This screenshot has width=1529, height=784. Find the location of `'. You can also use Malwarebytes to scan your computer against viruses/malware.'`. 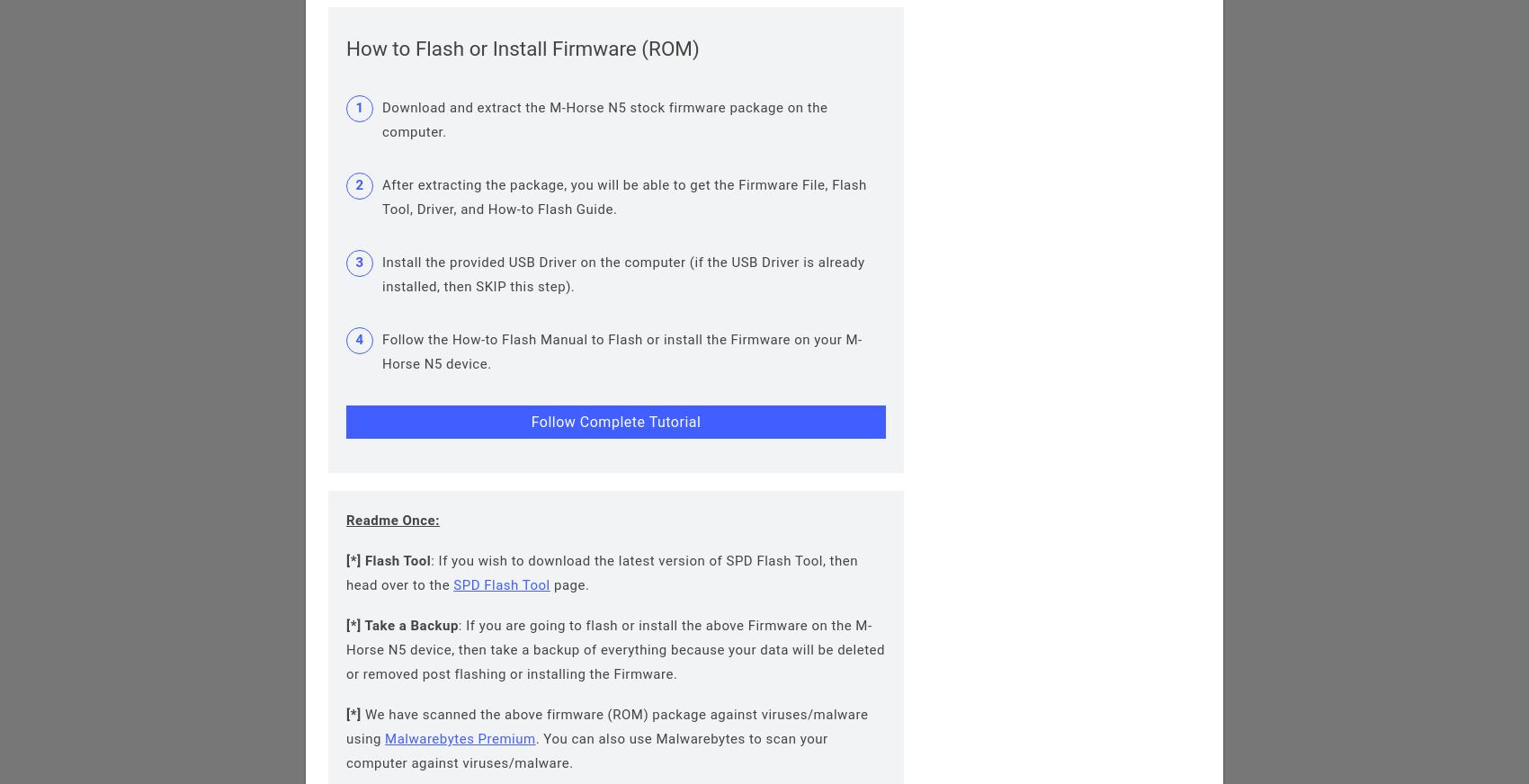

'. You can also use Malwarebytes to scan your computer against viruses/malware.' is located at coordinates (586, 751).